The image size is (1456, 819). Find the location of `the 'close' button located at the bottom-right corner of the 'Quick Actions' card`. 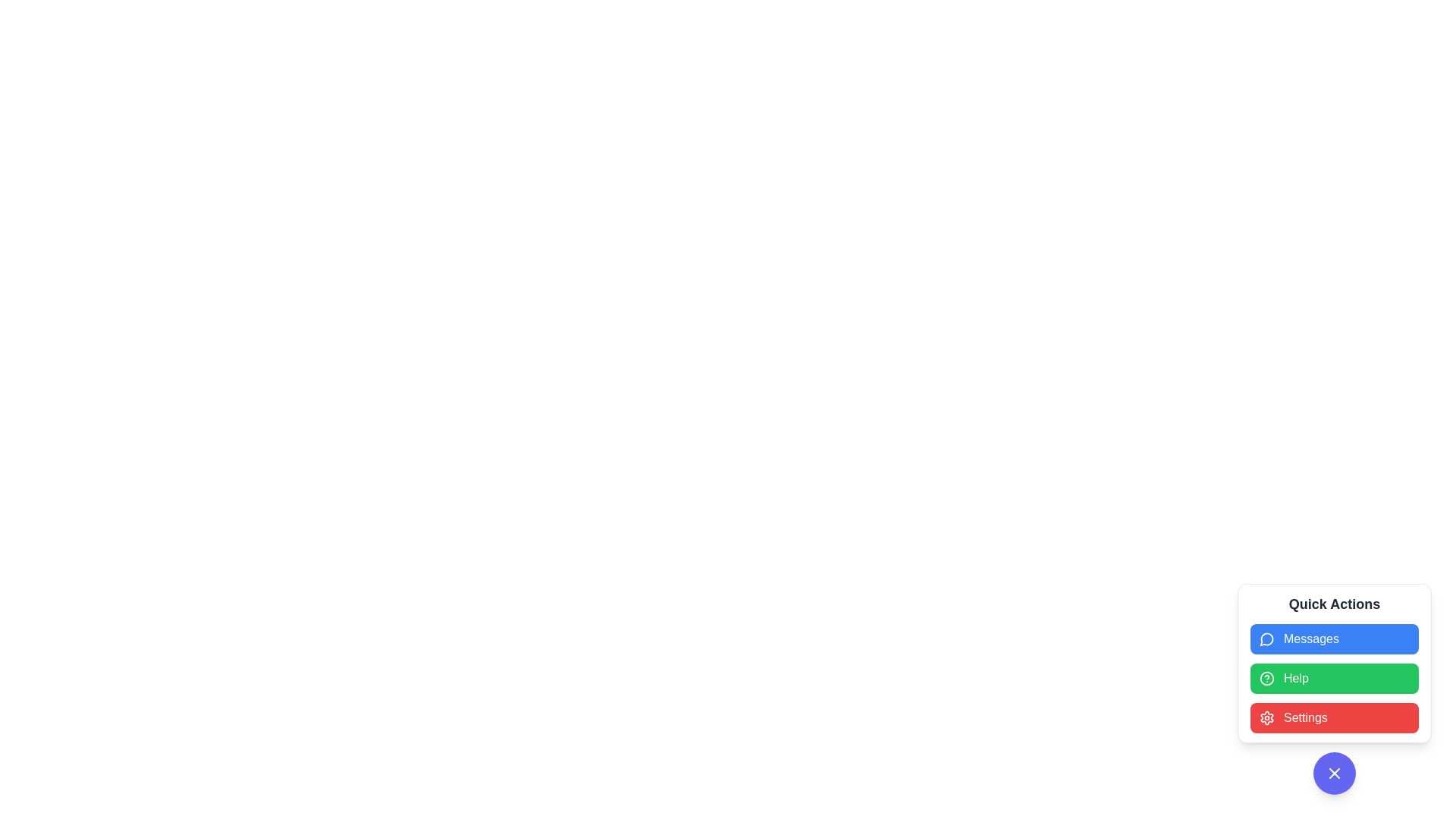

the 'close' button located at the bottom-right corner of the 'Quick Actions' card is located at coordinates (1335, 773).